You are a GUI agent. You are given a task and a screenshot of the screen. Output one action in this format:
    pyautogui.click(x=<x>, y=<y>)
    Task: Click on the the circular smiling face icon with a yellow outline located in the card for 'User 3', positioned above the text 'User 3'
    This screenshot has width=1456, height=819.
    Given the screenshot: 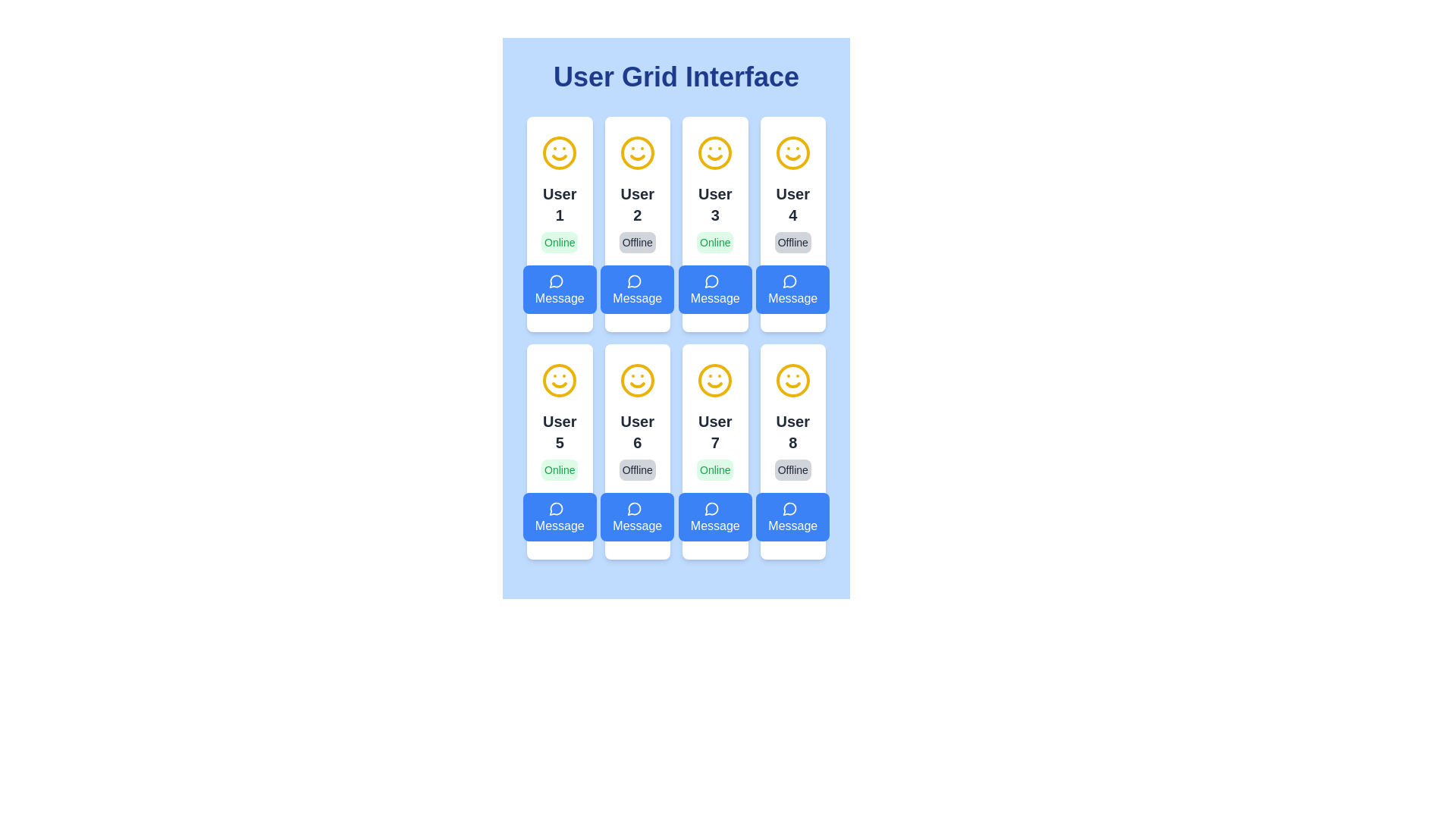 What is the action you would take?
    pyautogui.click(x=714, y=152)
    